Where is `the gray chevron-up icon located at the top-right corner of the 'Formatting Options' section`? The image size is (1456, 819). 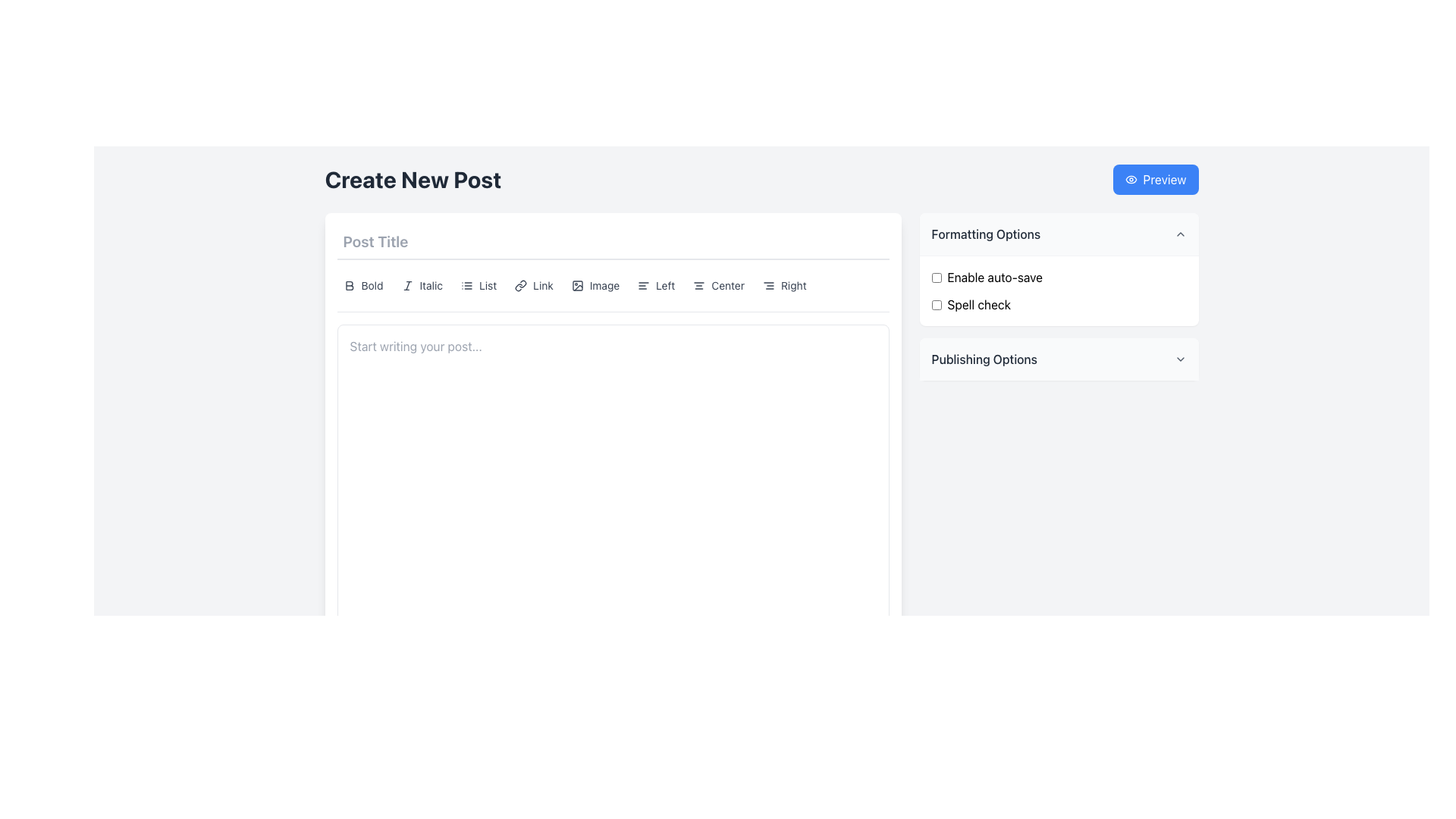
the gray chevron-up icon located at the top-right corner of the 'Formatting Options' section is located at coordinates (1179, 234).